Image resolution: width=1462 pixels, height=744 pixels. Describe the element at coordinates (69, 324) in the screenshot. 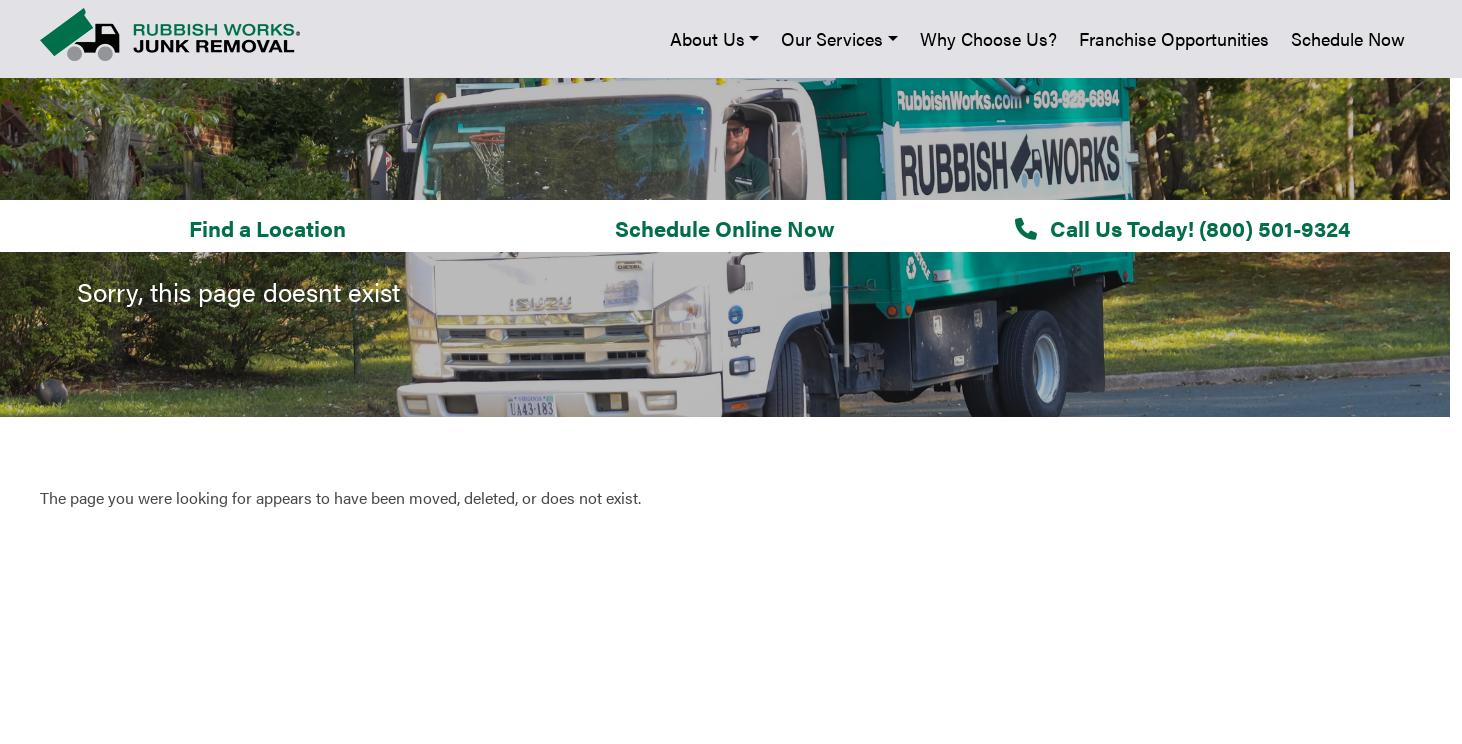

I see `'Our Services'` at that location.